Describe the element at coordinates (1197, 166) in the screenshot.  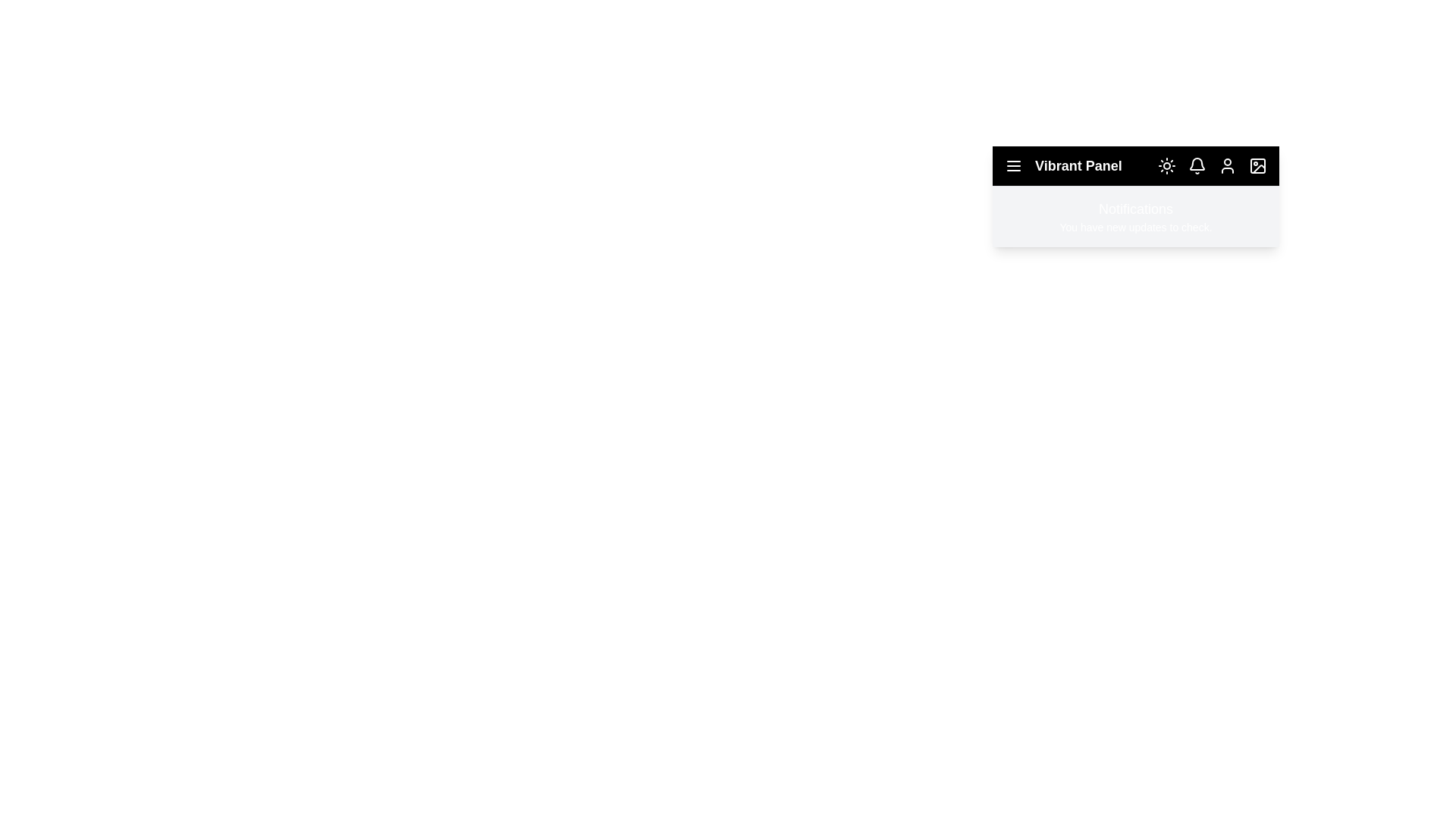
I see `the bell icon to toggle the notifications panel` at that location.